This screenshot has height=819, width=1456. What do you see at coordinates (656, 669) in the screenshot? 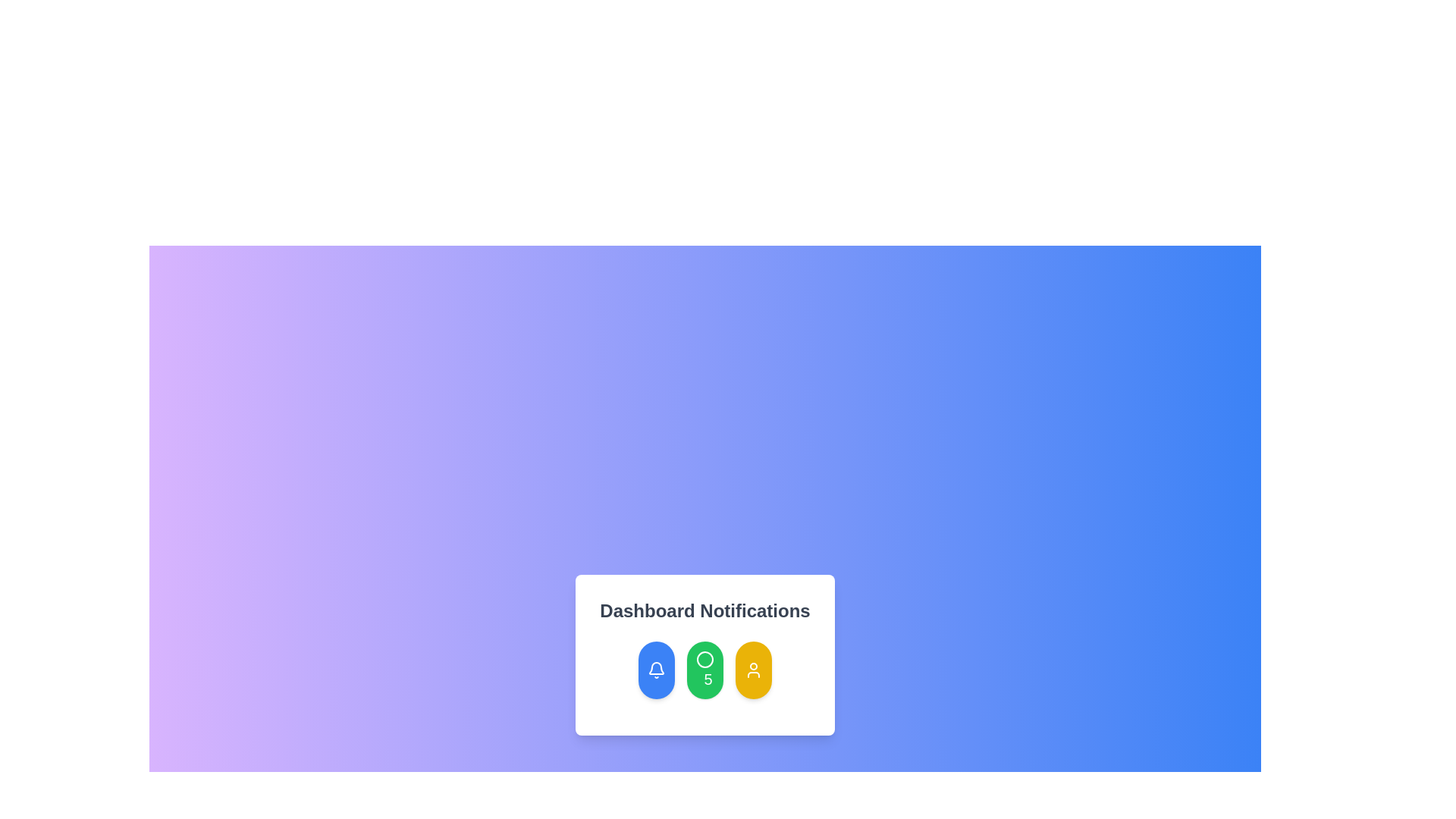
I see `the bell icon within the blue button located under the 'Dashboard Notifications' label` at bounding box center [656, 669].